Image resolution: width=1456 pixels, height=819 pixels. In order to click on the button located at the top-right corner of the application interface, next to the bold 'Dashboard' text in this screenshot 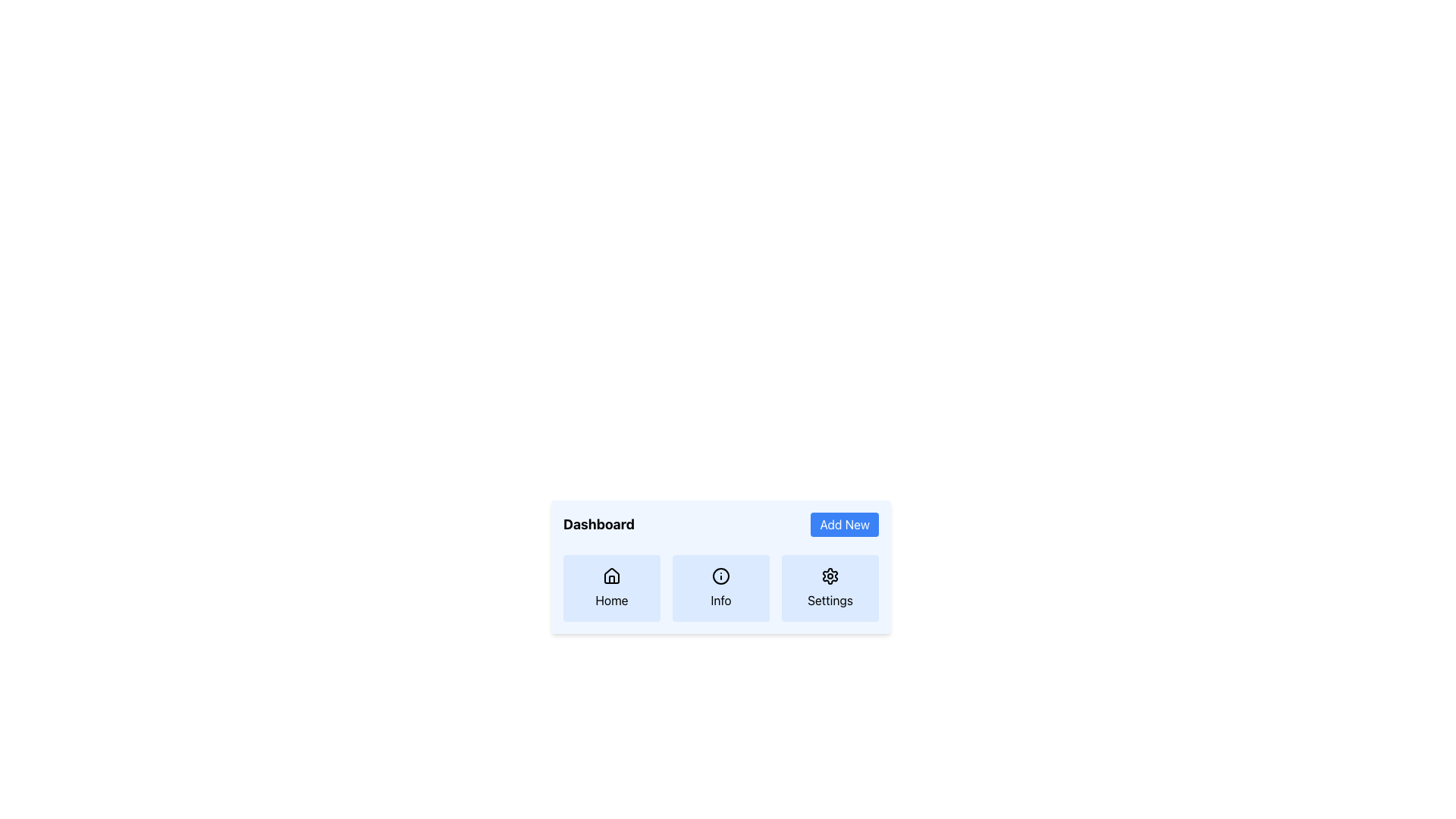, I will do `click(844, 523)`.